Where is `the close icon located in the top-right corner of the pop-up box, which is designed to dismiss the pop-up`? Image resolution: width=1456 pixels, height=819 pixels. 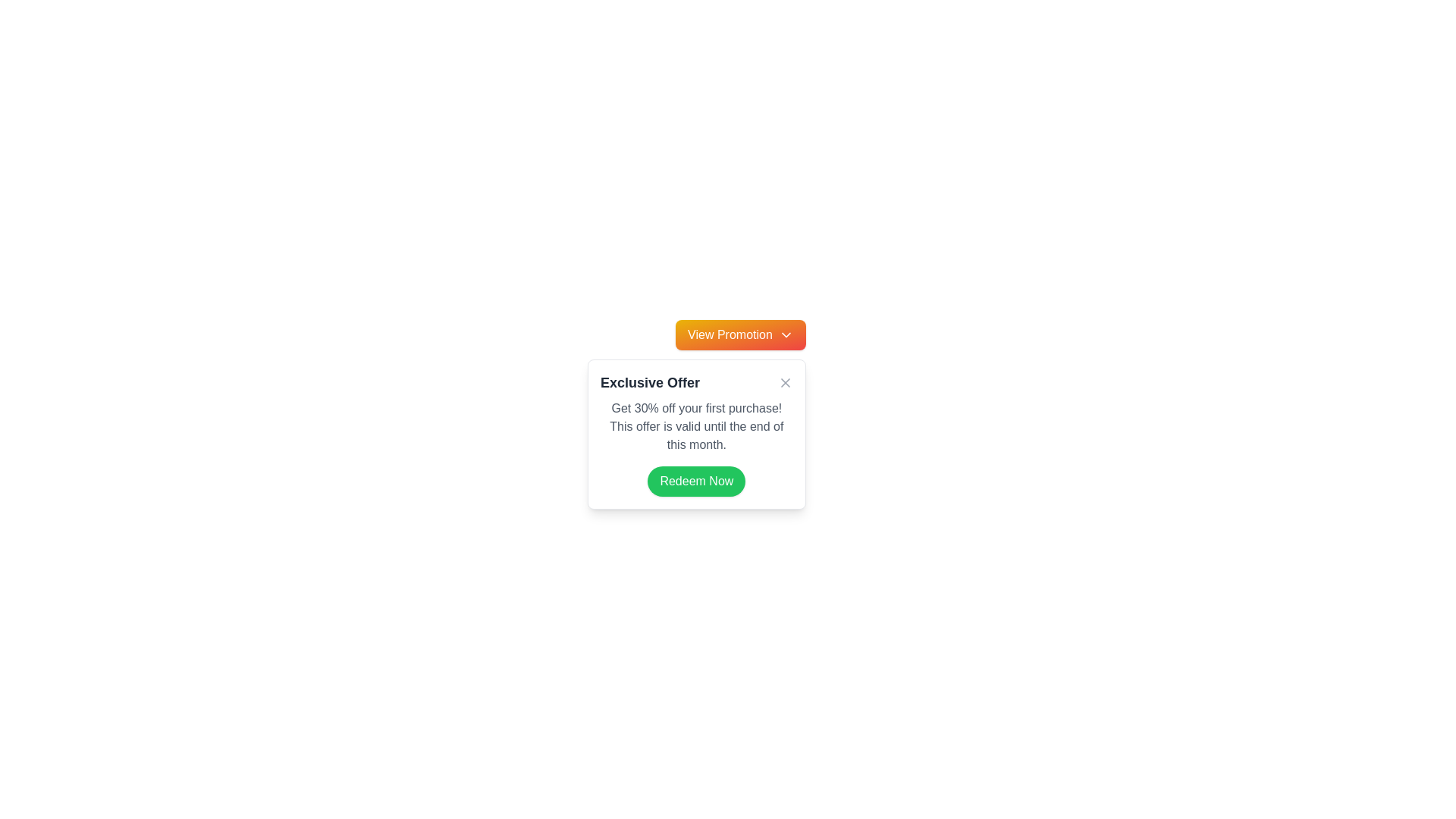
the close icon located in the top-right corner of the pop-up box, which is designed to dismiss the pop-up is located at coordinates (785, 382).